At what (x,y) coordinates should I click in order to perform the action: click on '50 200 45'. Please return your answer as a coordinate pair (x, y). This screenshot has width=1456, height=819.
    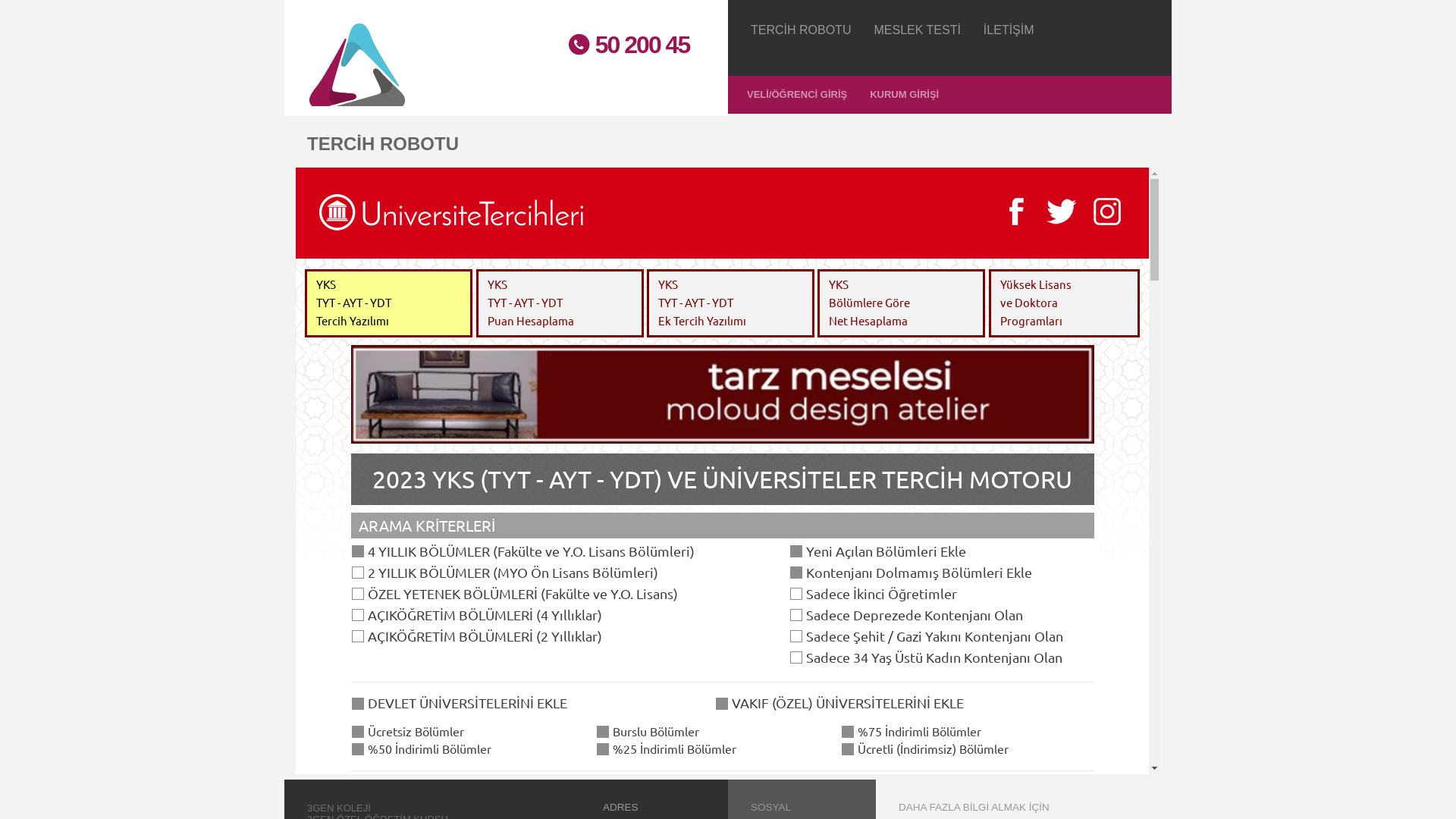
    Looking at the image, I should click on (622, 44).